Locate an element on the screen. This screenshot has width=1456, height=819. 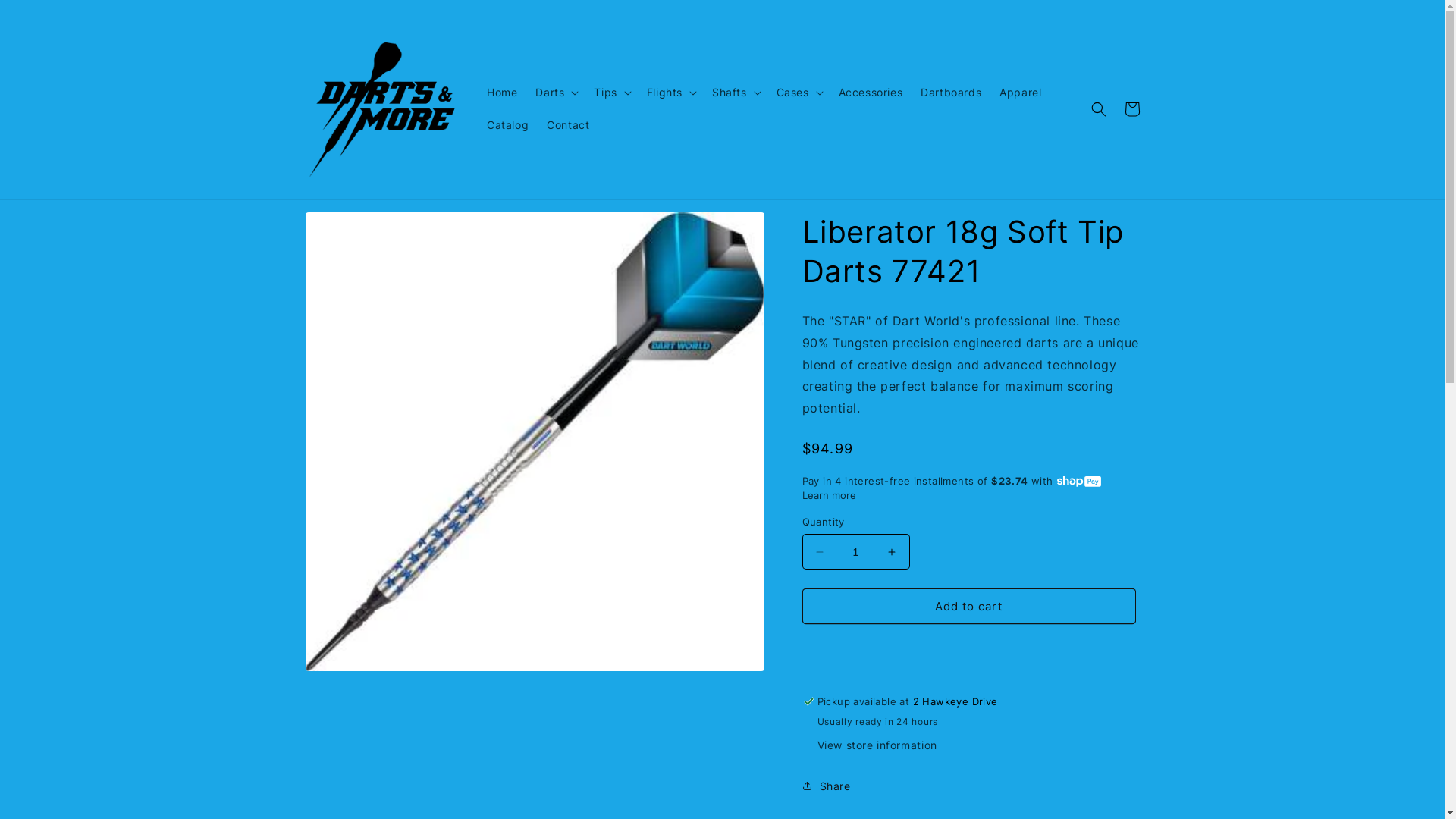
'Apparel' is located at coordinates (990, 93).